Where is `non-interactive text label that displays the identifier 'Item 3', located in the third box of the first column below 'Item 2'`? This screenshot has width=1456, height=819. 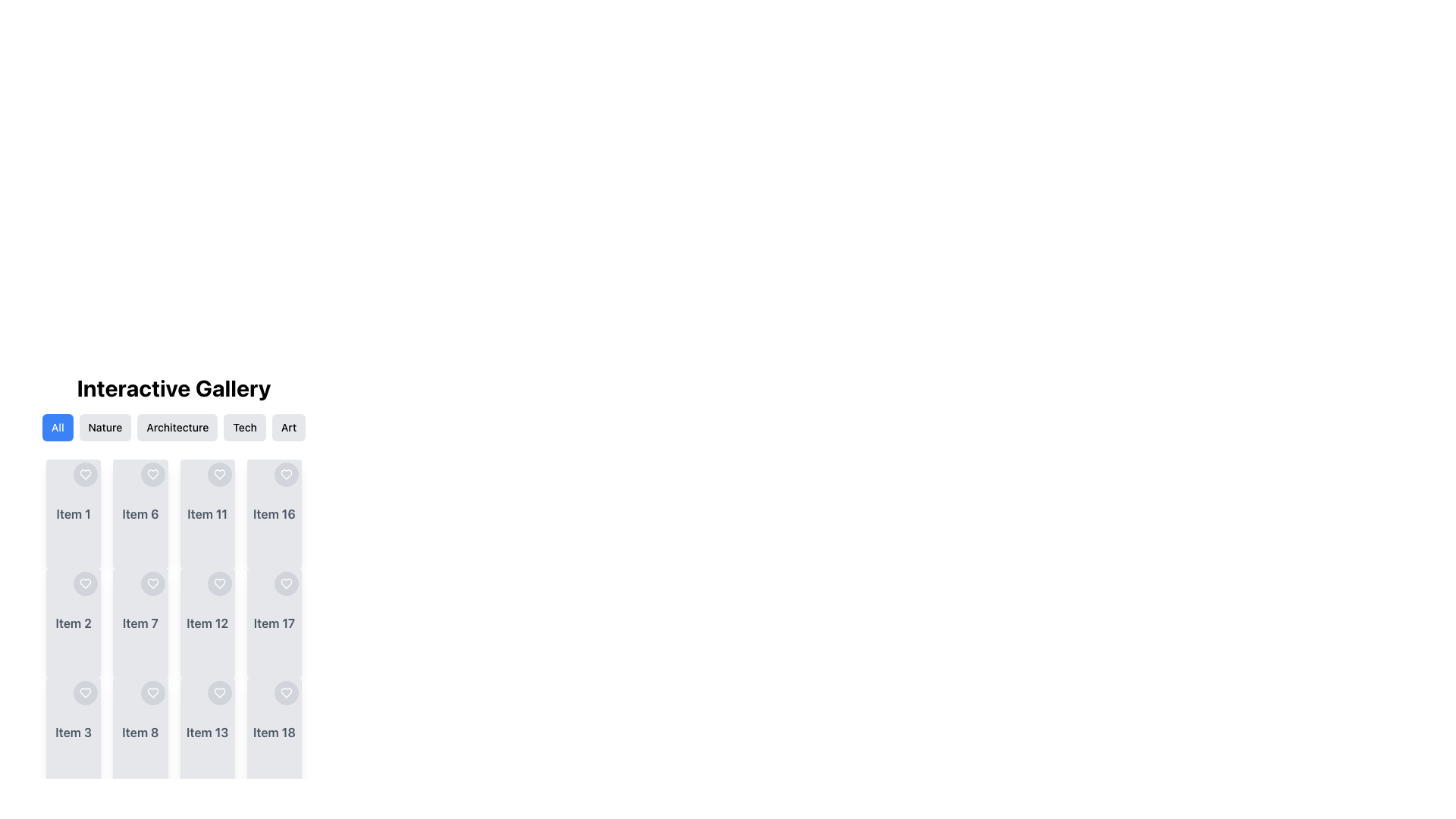 non-interactive text label that displays the identifier 'Item 3', located in the third box of the first column below 'Item 2' is located at coordinates (73, 731).